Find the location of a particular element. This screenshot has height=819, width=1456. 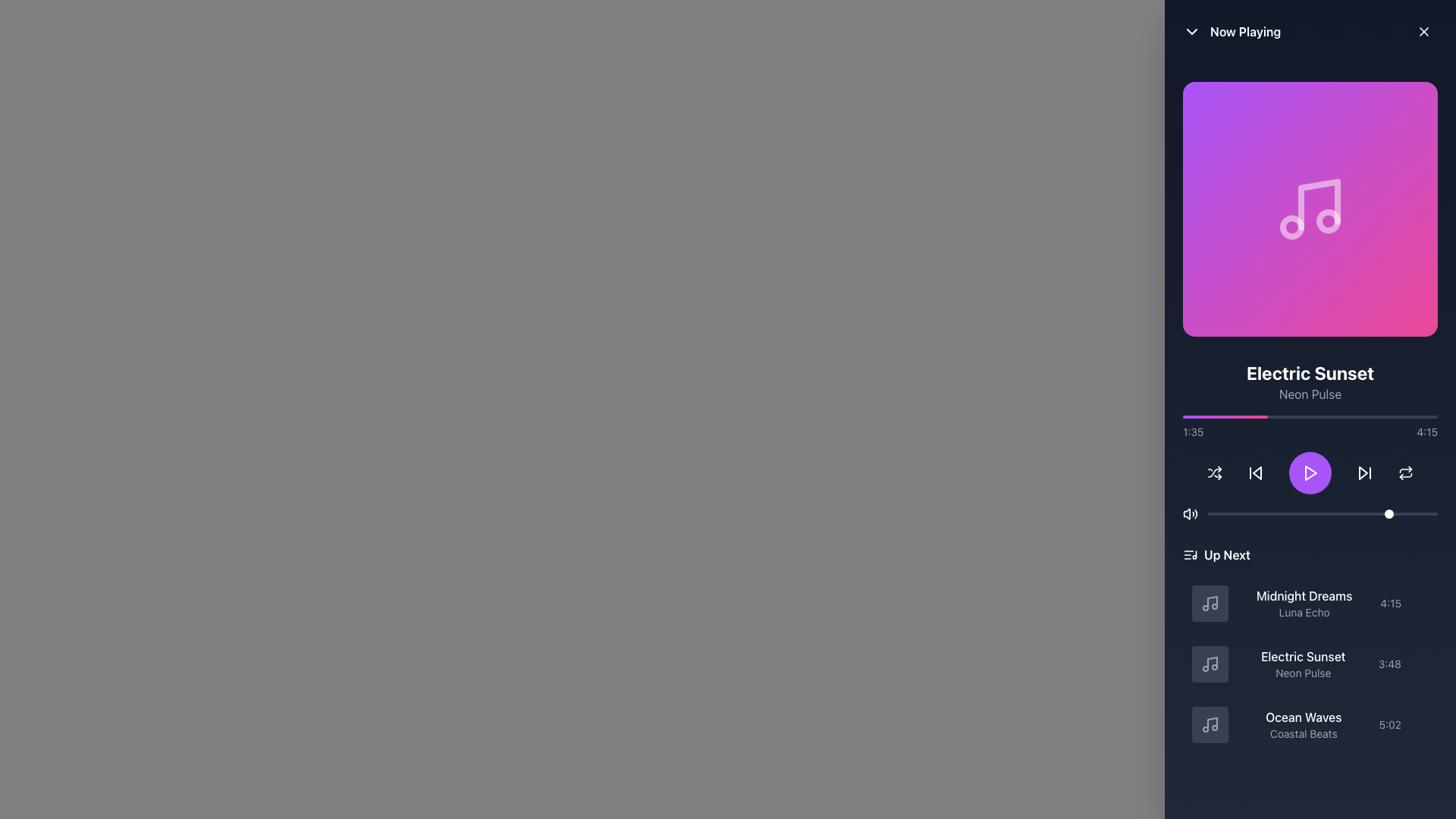

the 'Skip to Next Track' button, which is the fifth icon from the left in the playback control section of the music player interface is located at coordinates (1365, 472).